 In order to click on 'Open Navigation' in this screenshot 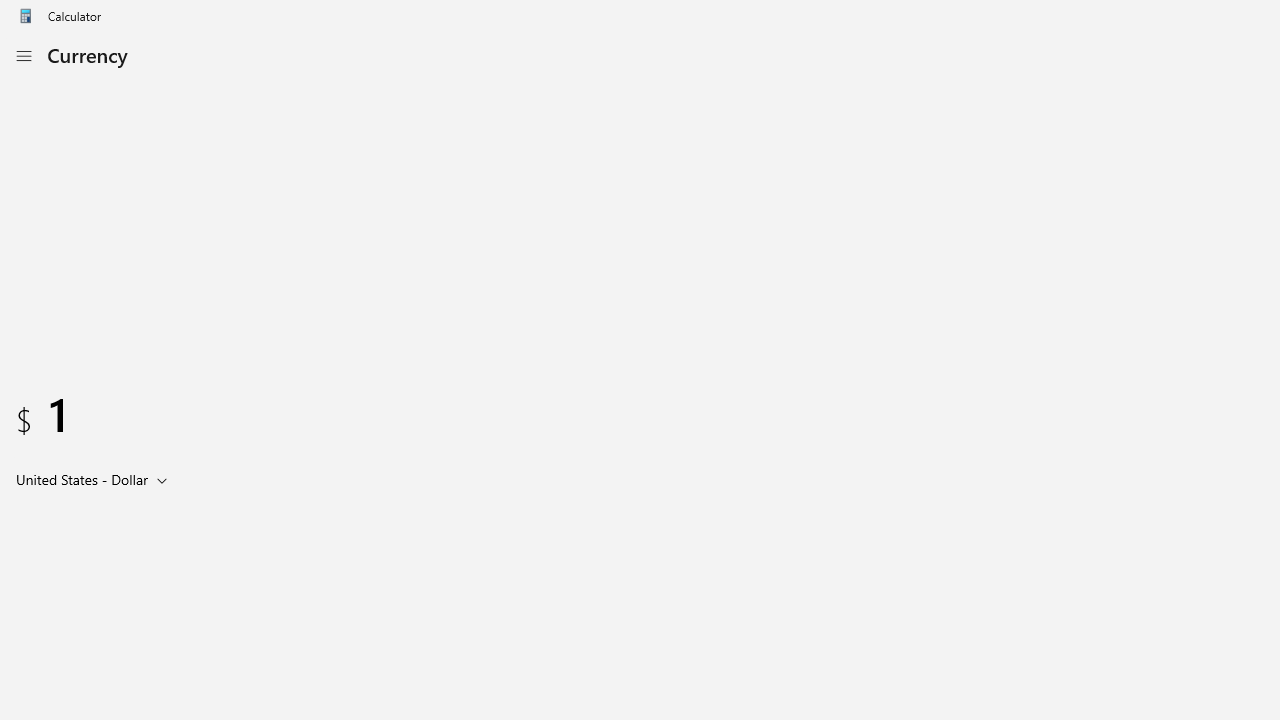, I will do `click(23, 55)`.